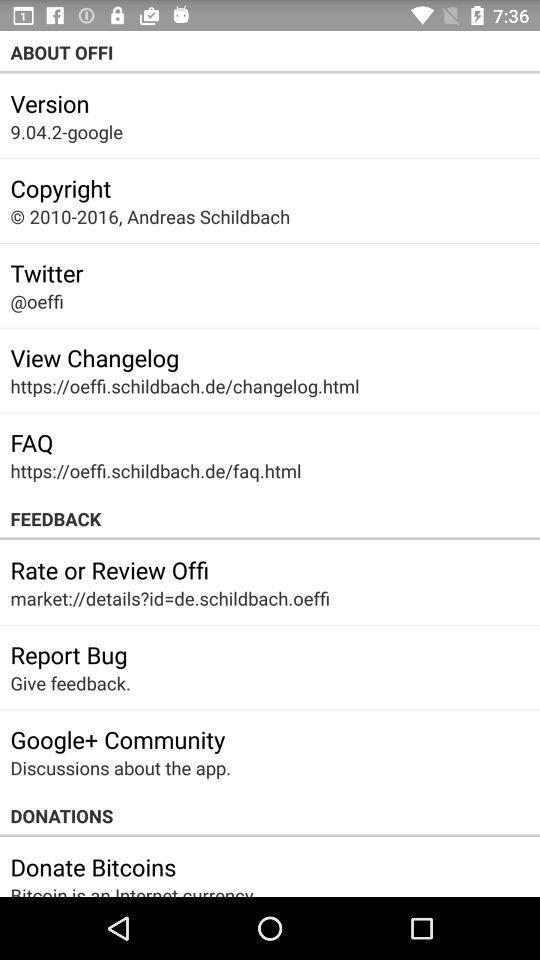  Describe the element at coordinates (66, 131) in the screenshot. I see `item above the copyright app` at that location.